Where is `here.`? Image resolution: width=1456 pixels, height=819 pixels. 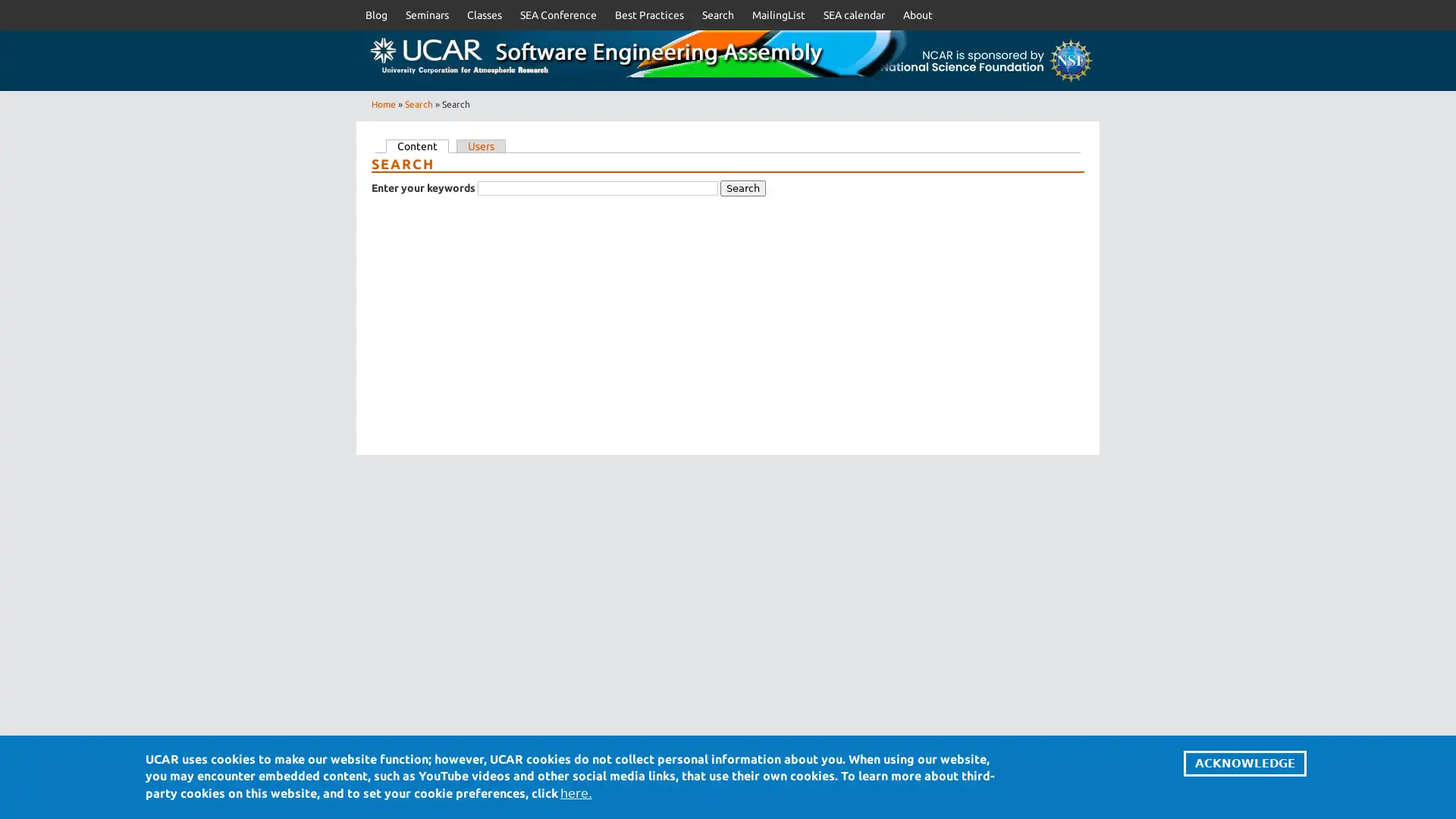 here. is located at coordinates (575, 792).